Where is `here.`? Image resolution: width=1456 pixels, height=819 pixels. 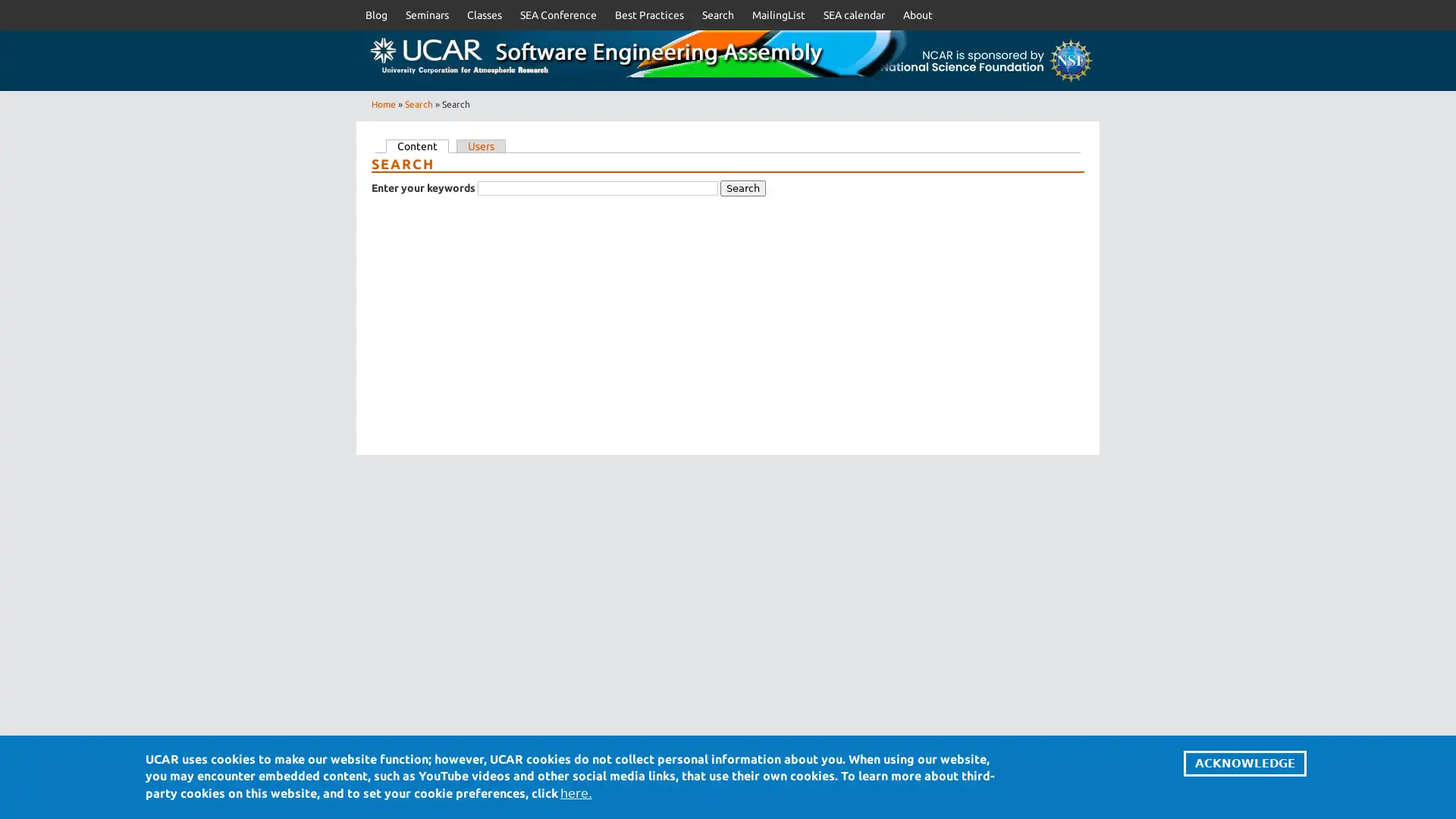 here. is located at coordinates (575, 792).